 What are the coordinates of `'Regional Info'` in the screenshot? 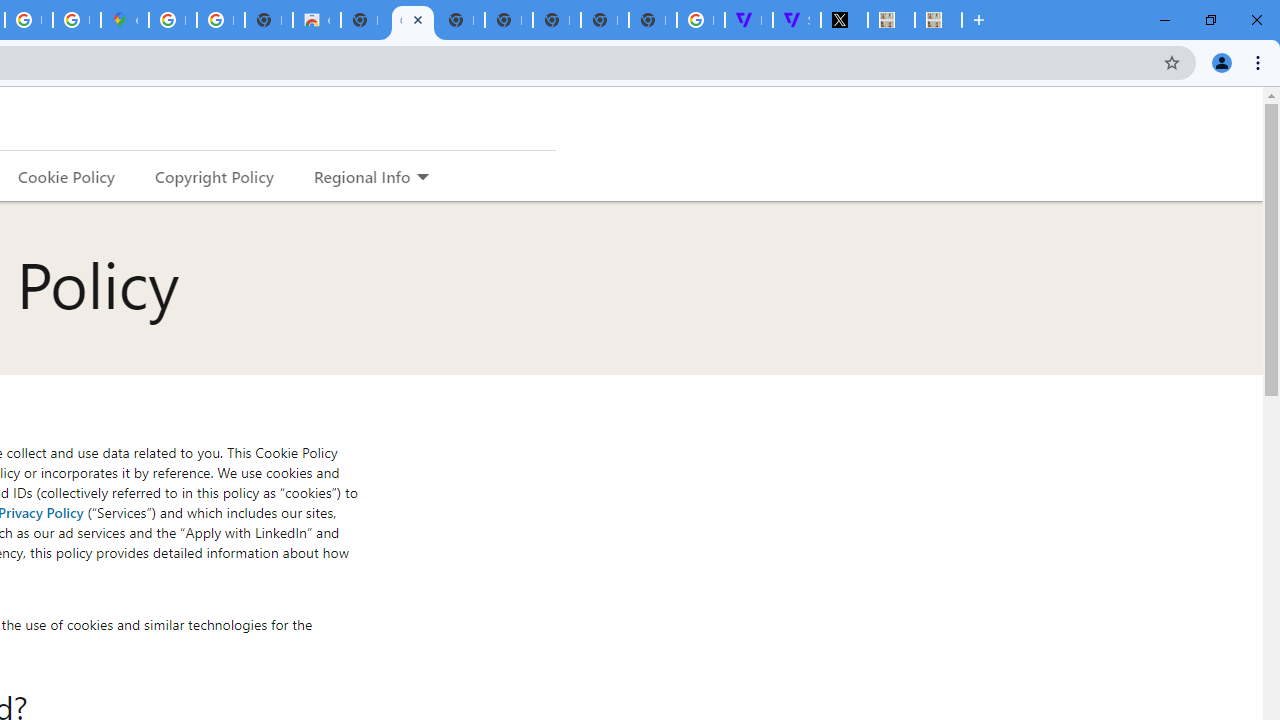 It's located at (362, 175).